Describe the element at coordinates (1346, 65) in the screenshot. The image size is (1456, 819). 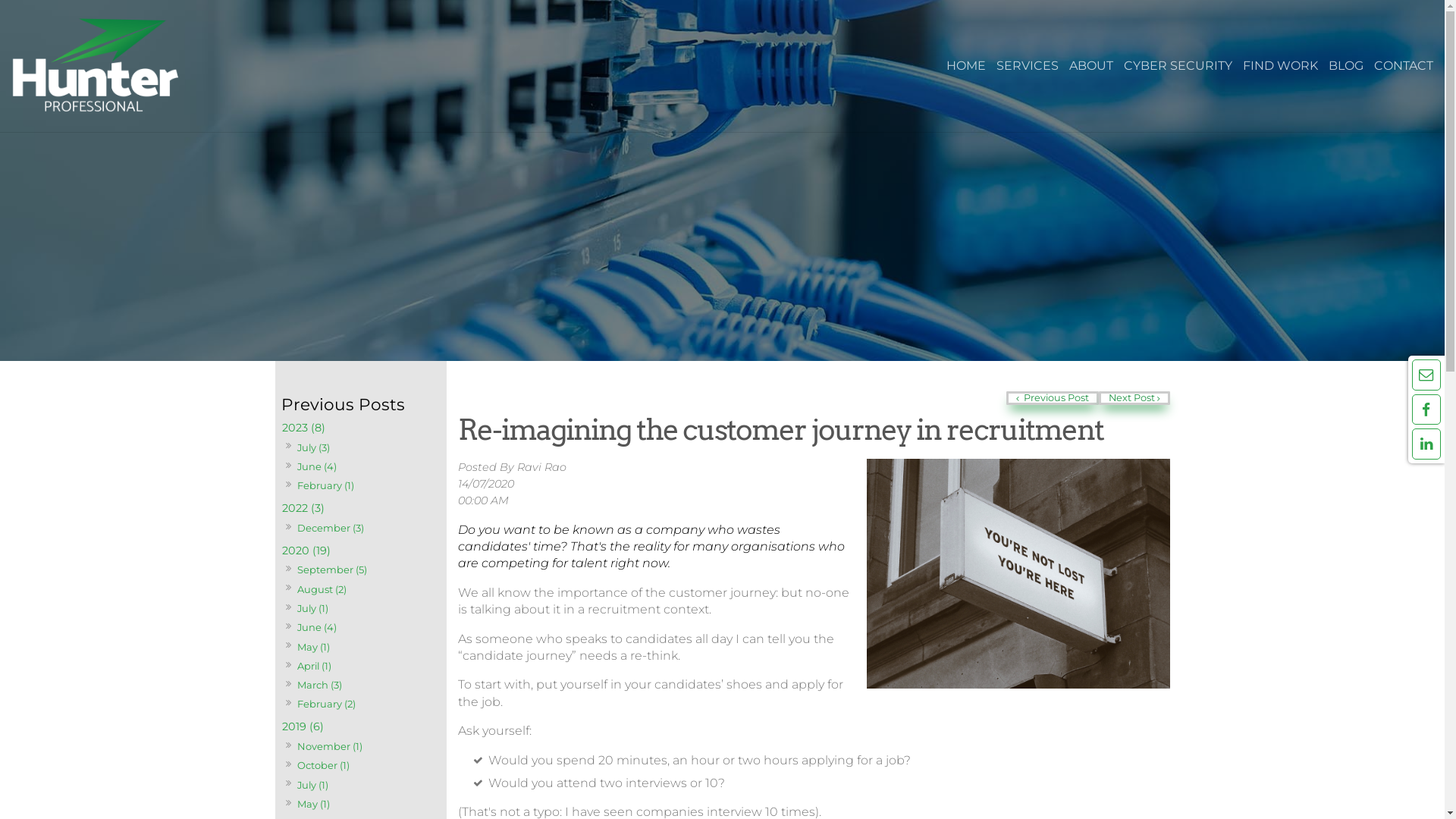
I see `'BLOG'` at that location.